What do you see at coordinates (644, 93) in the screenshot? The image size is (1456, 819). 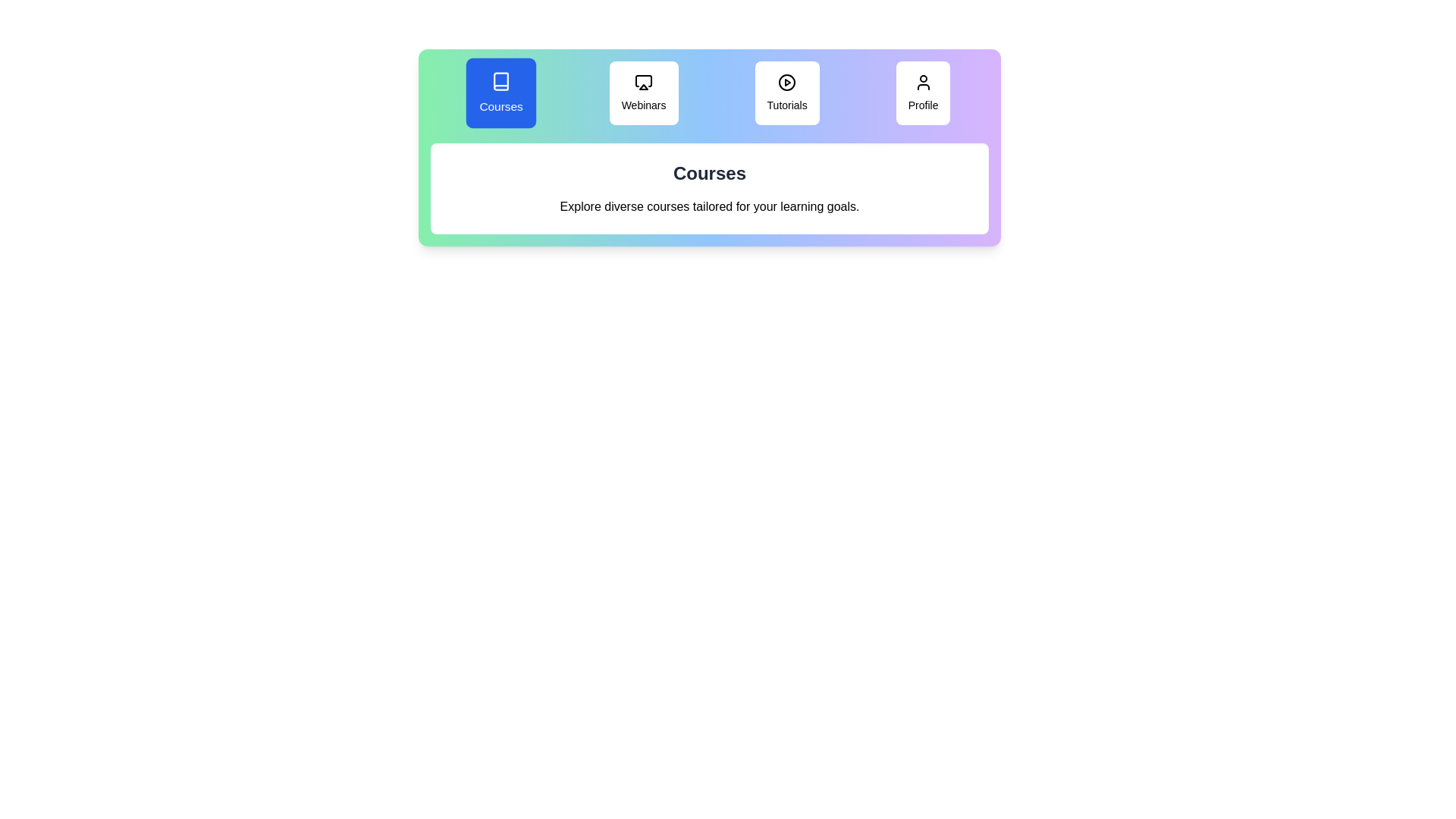 I see `the tab corresponding to Webinars to display its content` at bounding box center [644, 93].